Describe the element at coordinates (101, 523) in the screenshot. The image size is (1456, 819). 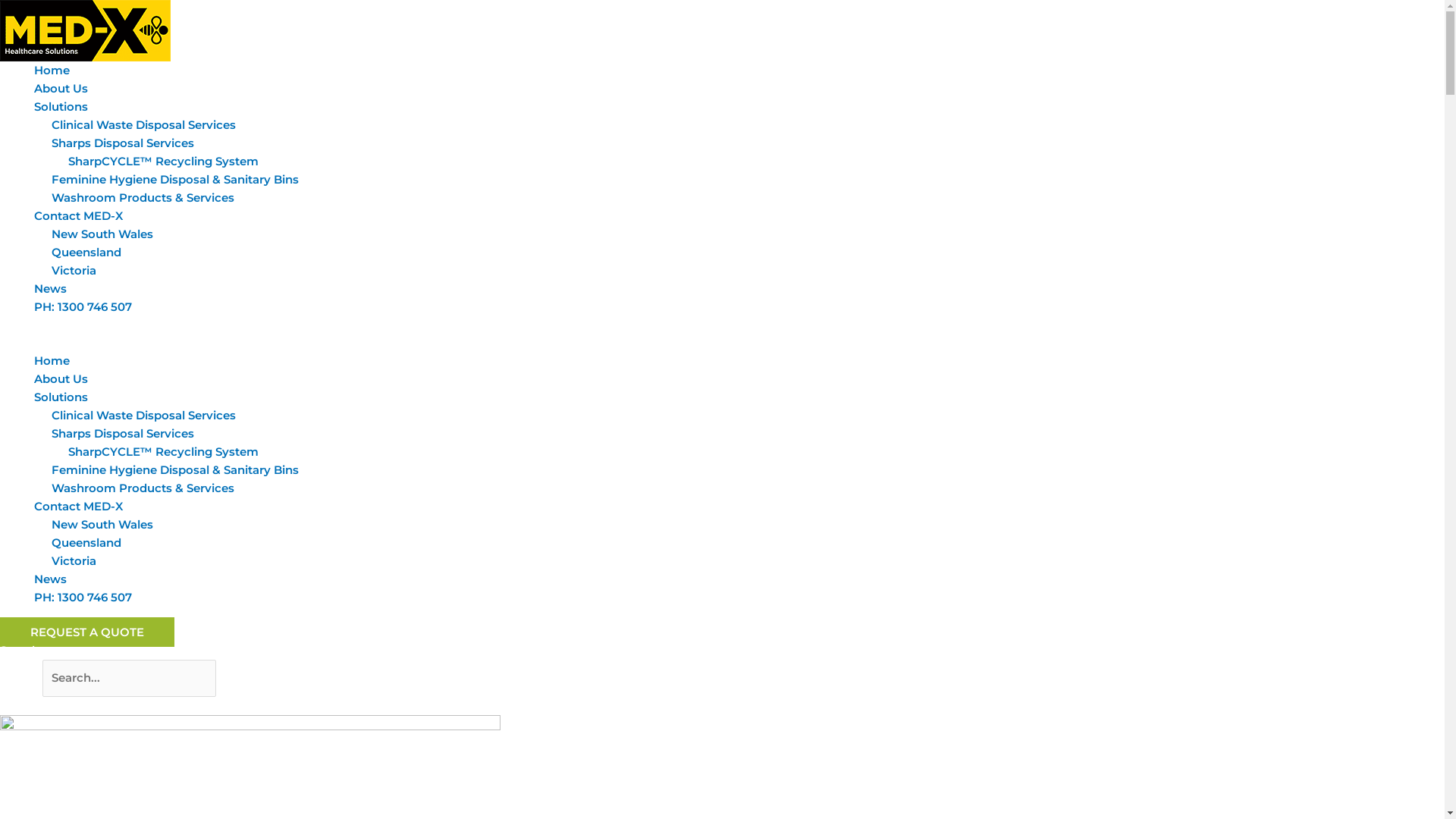
I see `'New South Wales'` at that location.